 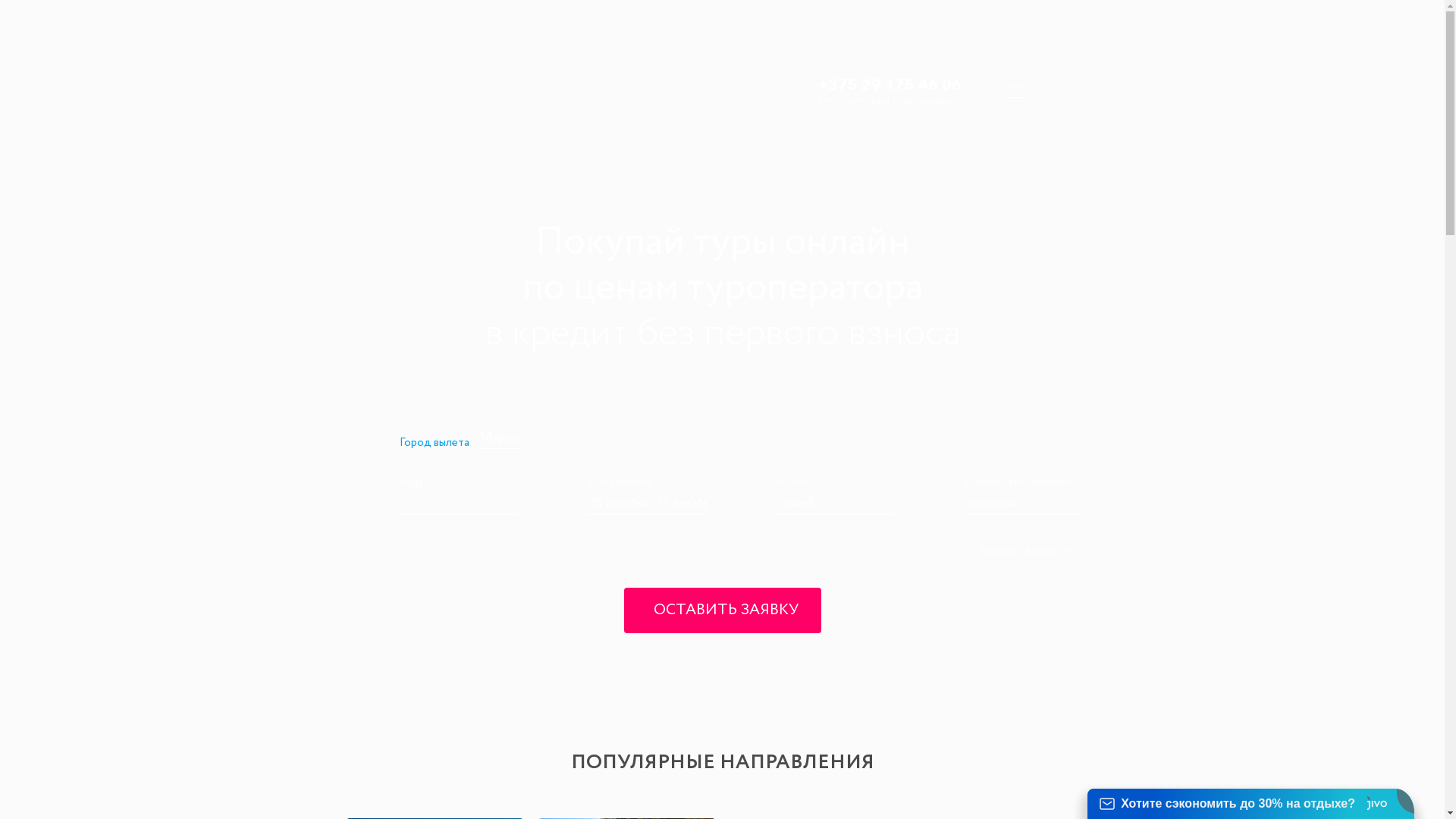 What do you see at coordinates (889, 84) in the screenshot?
I see `'+375 29 175 46 06'` at bounding box center [889, 84].